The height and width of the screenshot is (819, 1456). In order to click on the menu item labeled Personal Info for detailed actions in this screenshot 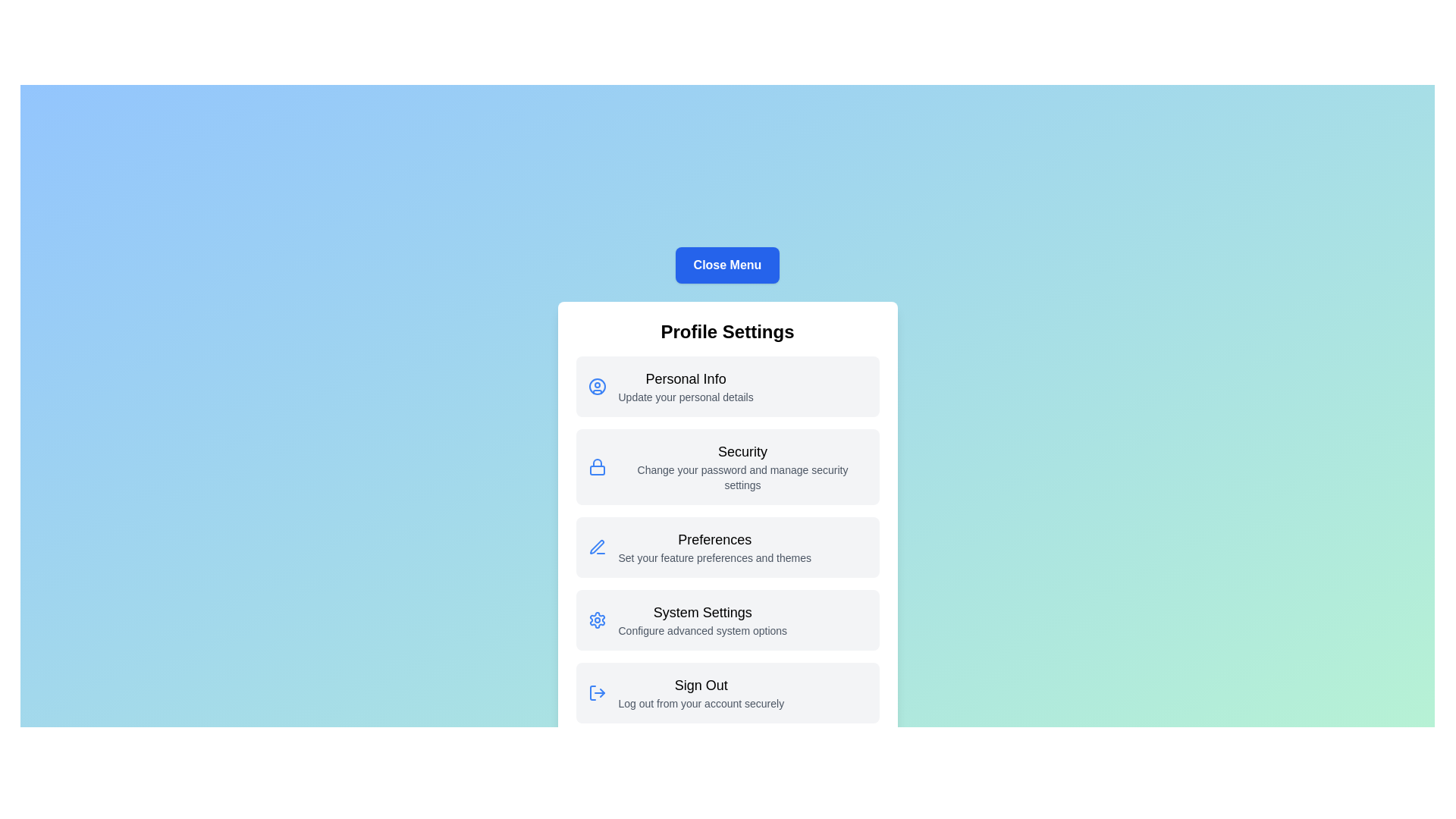, I will do `click(726, 385)`.